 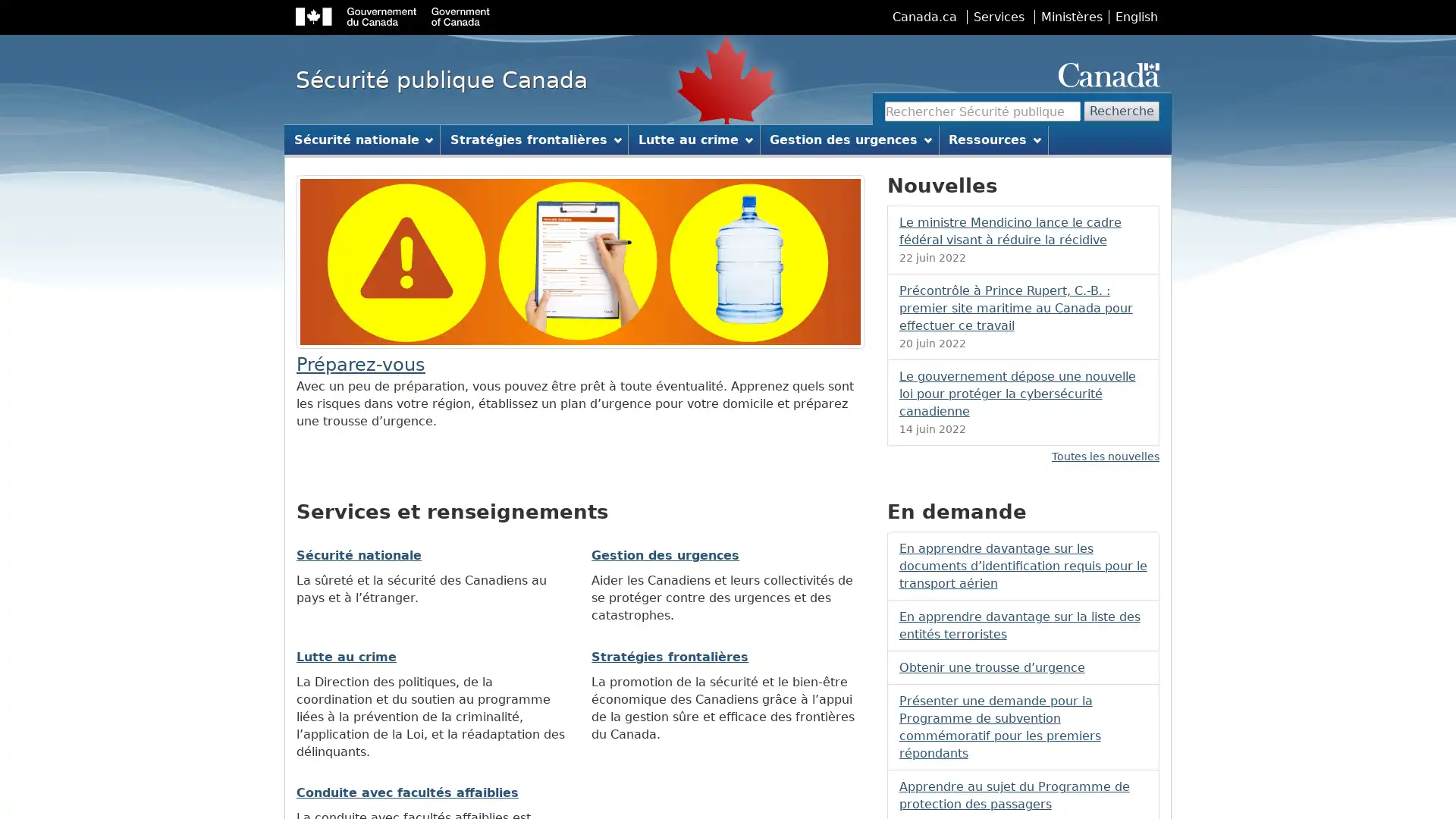 What do you see at coordinates (1122, 110) in the screenshot?
I see `Recherche` at bounding box center [1122, 110].